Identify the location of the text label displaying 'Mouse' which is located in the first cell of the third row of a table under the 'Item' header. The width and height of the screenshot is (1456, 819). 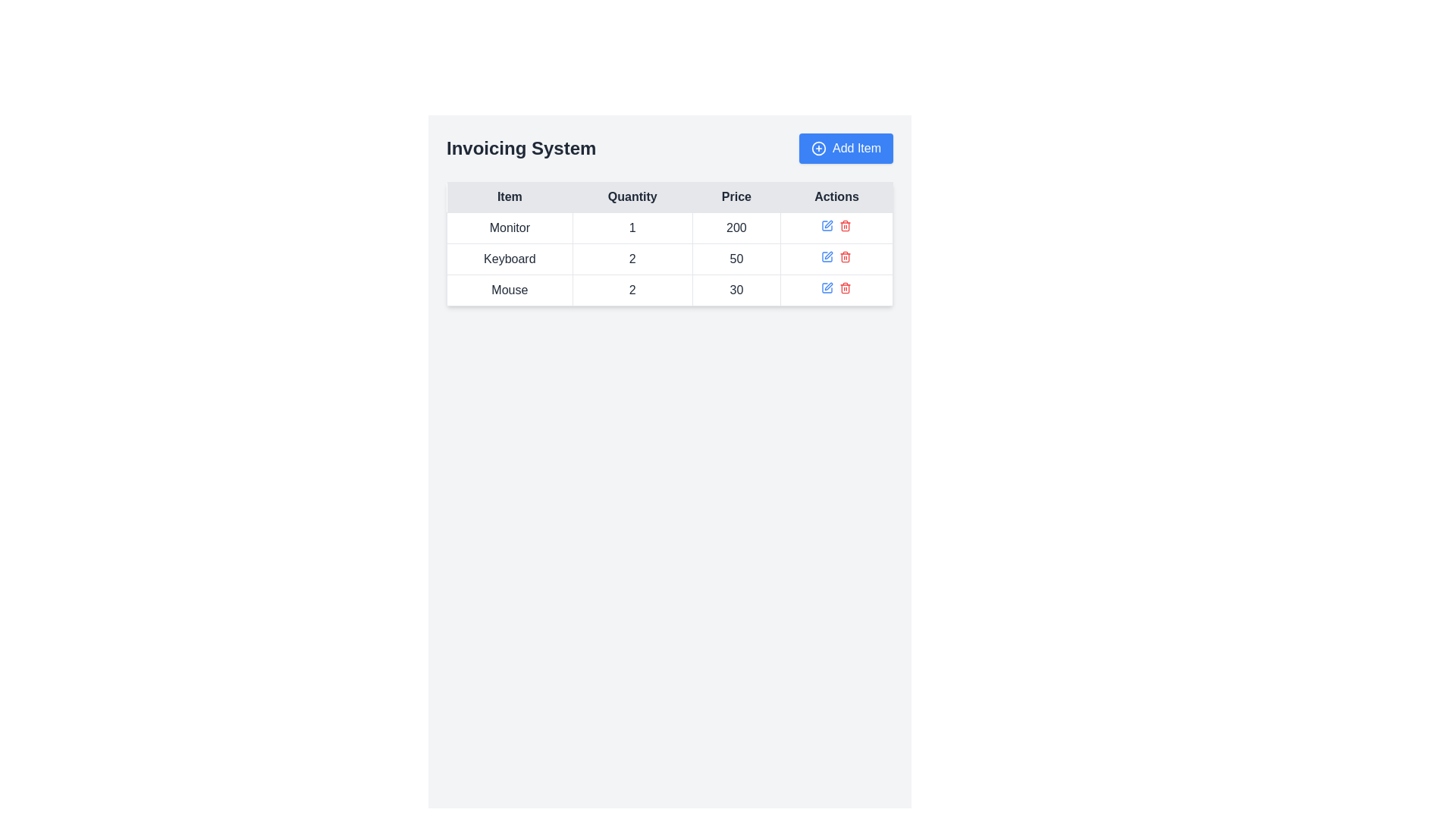
(510, 290).